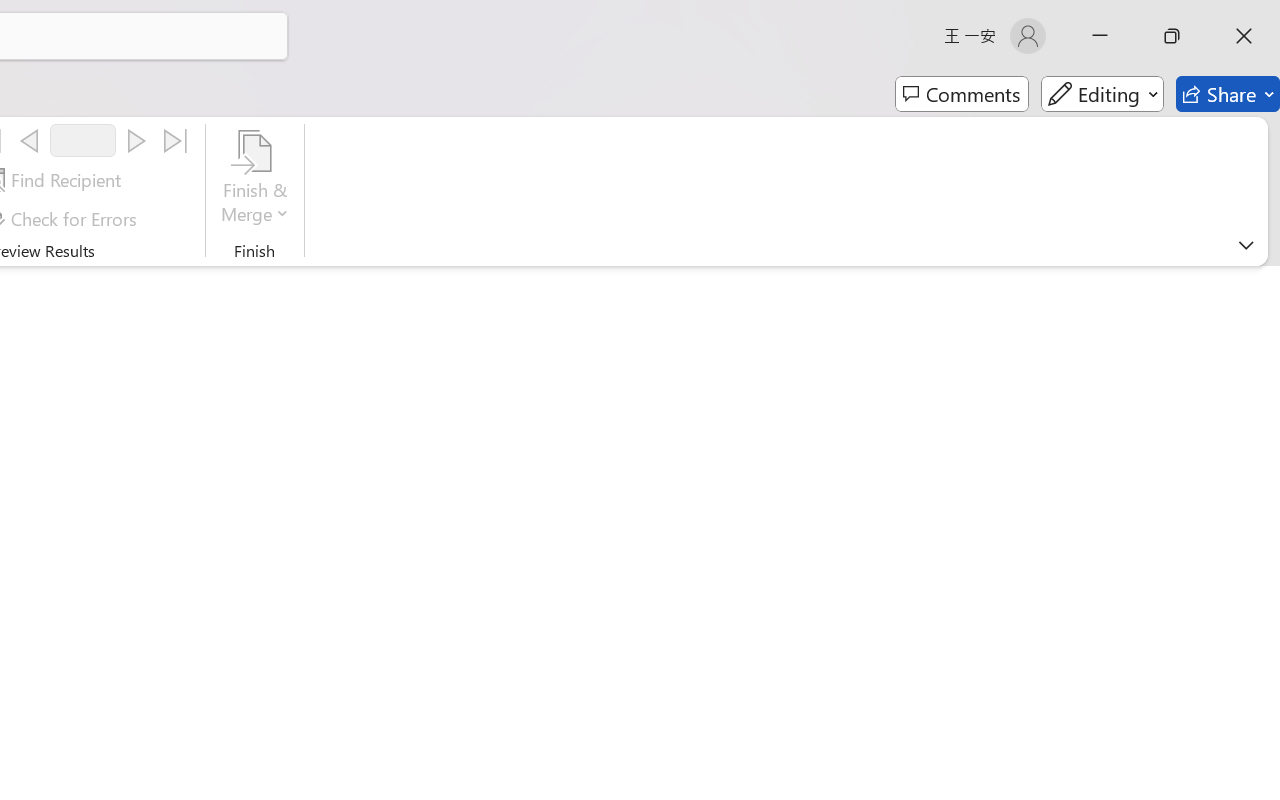  I want to click on 'Comments', so click(961, 94).